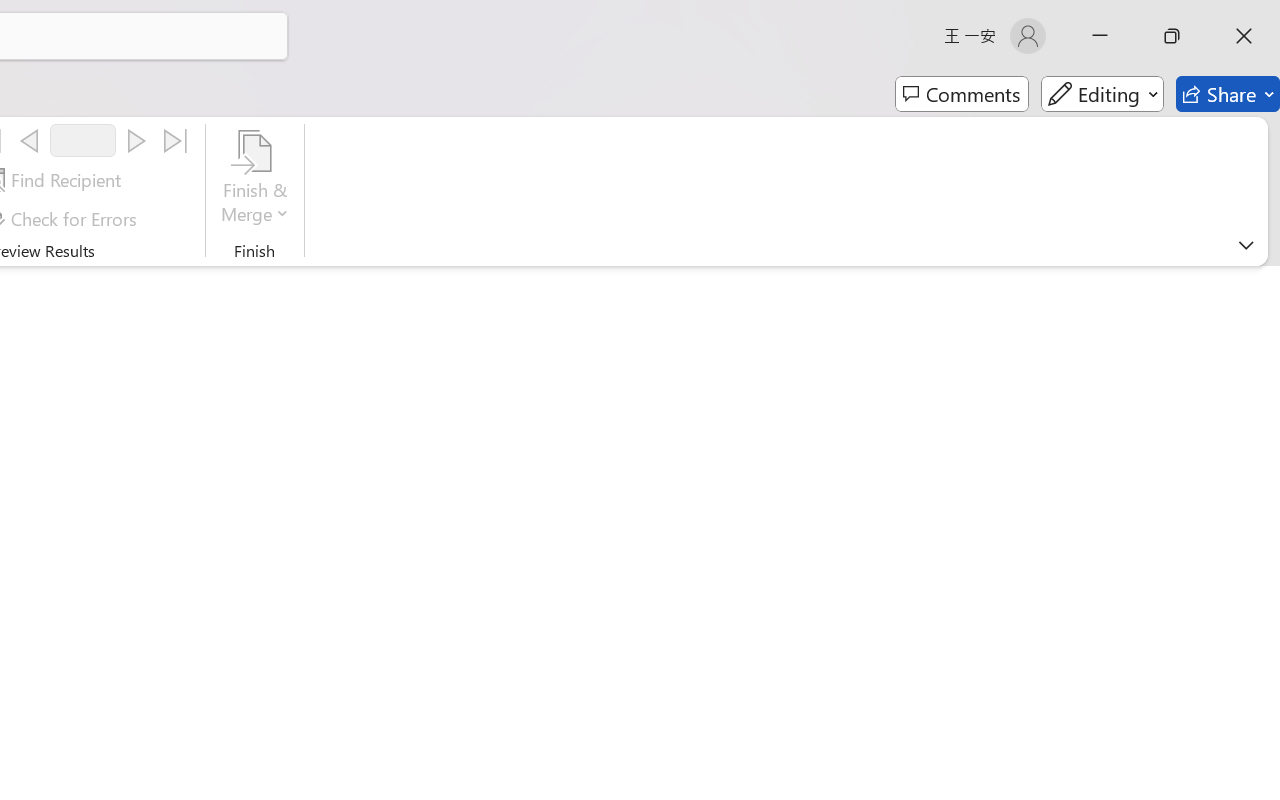  I want to click on 'Comments', so click(961, 94).